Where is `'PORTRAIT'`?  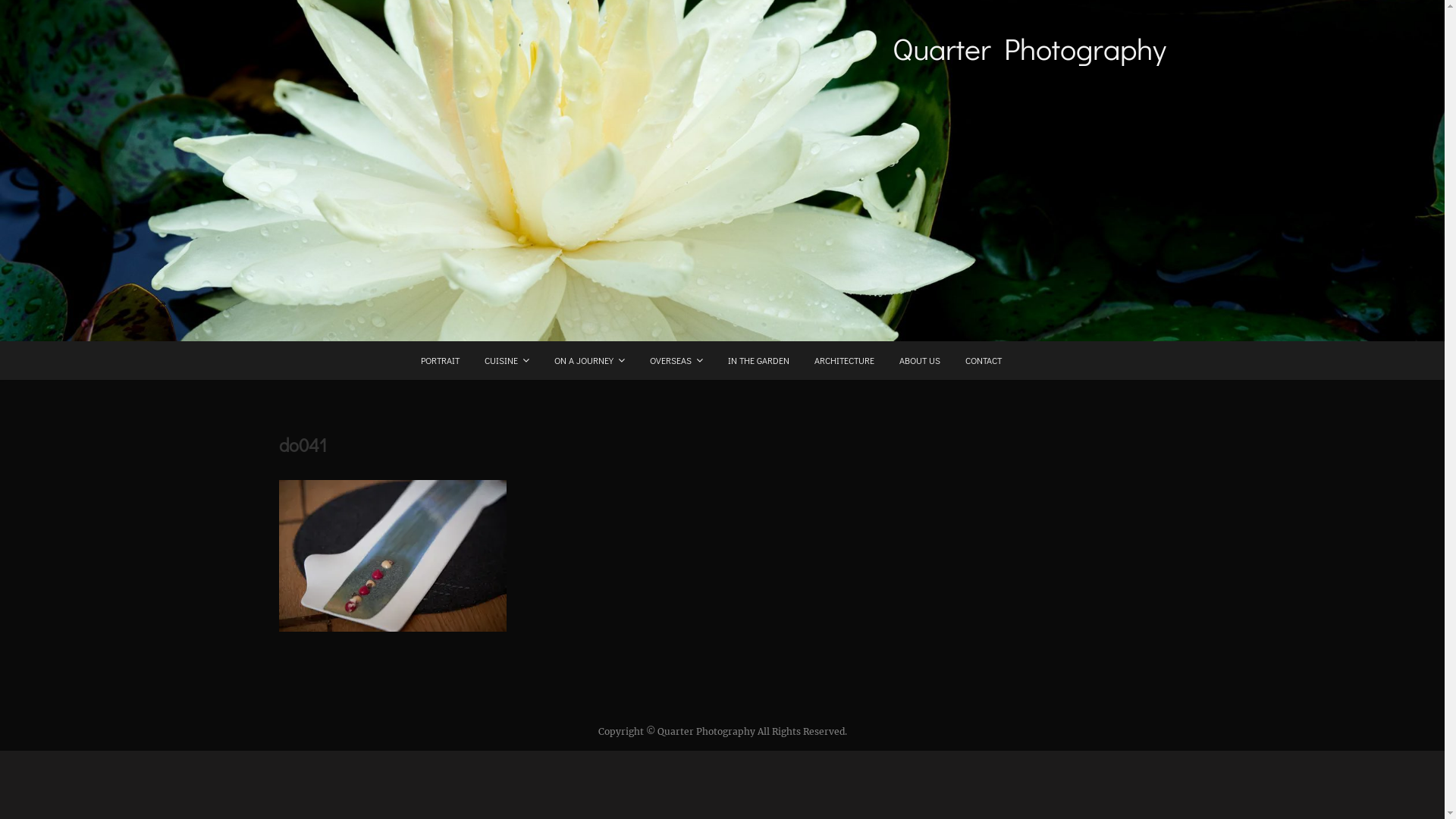
'PORTRAIT' is located at coordinates (439, 360).